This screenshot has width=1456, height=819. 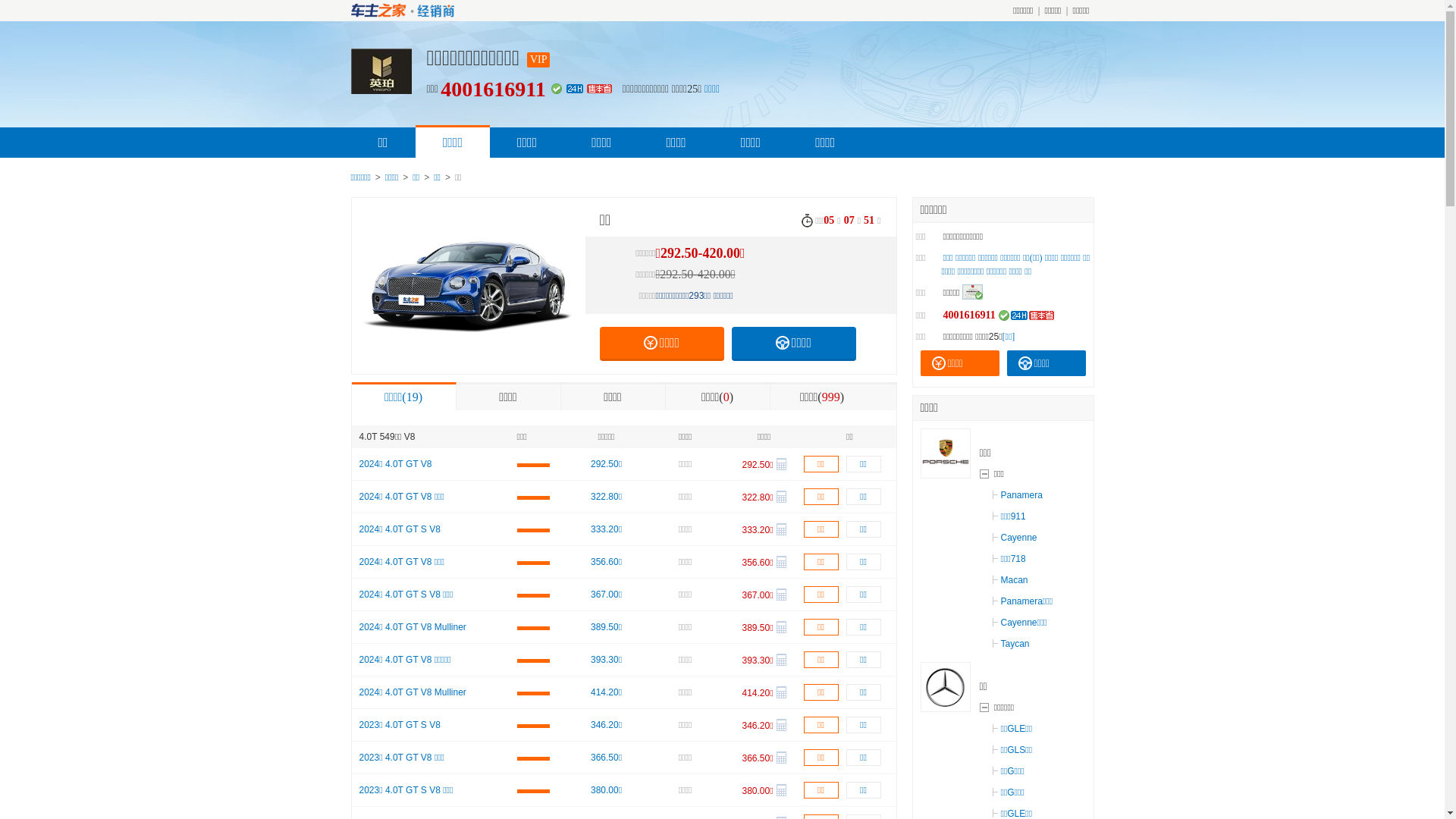 What do you see at coordinates (1017, 494) in the screenshot?
I see `'Panamera'` at bounding box center [1017, 494].